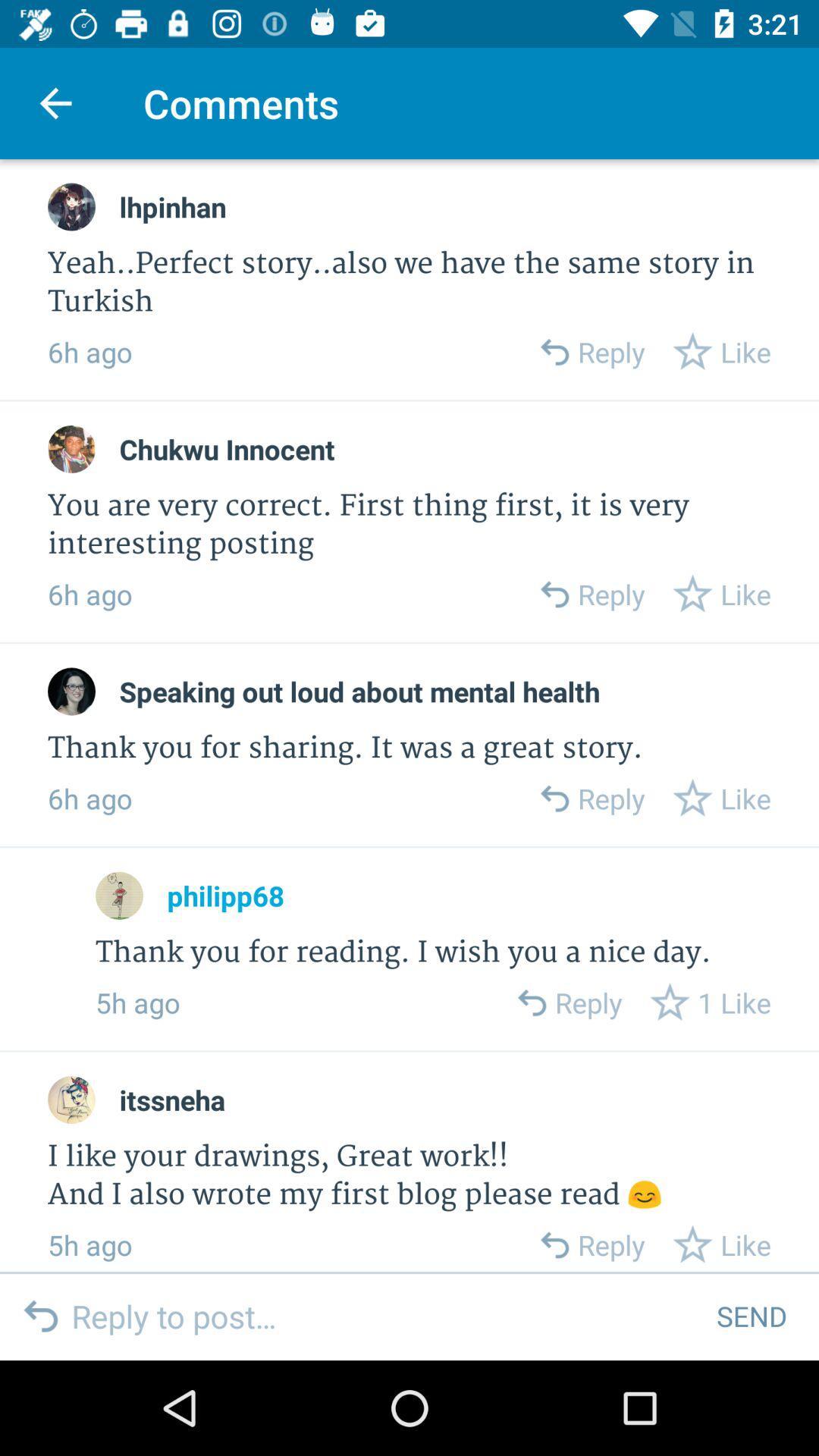  Describe the element at coordinates (554, 351) in the screenshot. I see `reply` at that location.